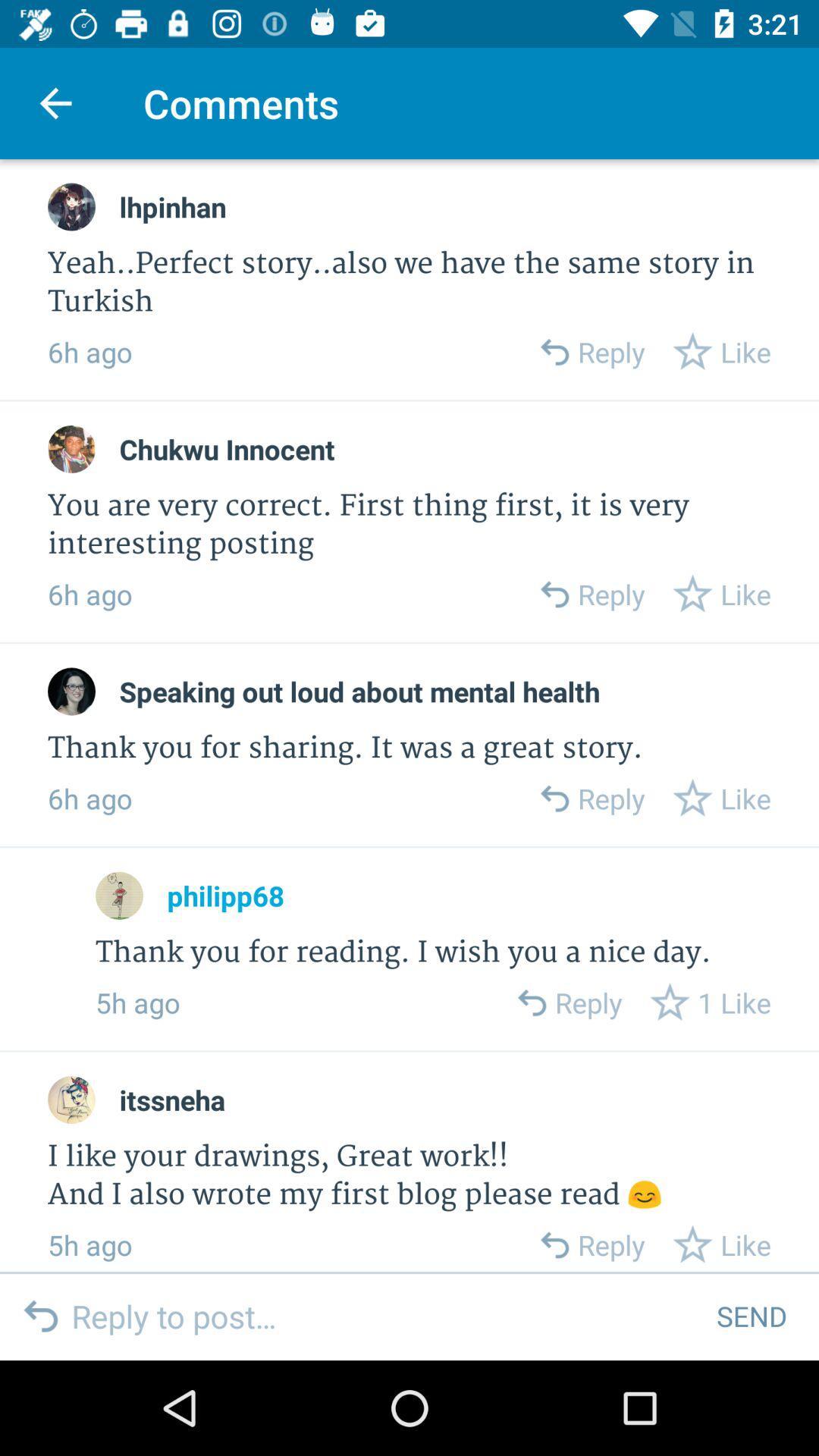  Describe the element at coordinates (554, 351) in the screenshot. I see `reply` at that location.